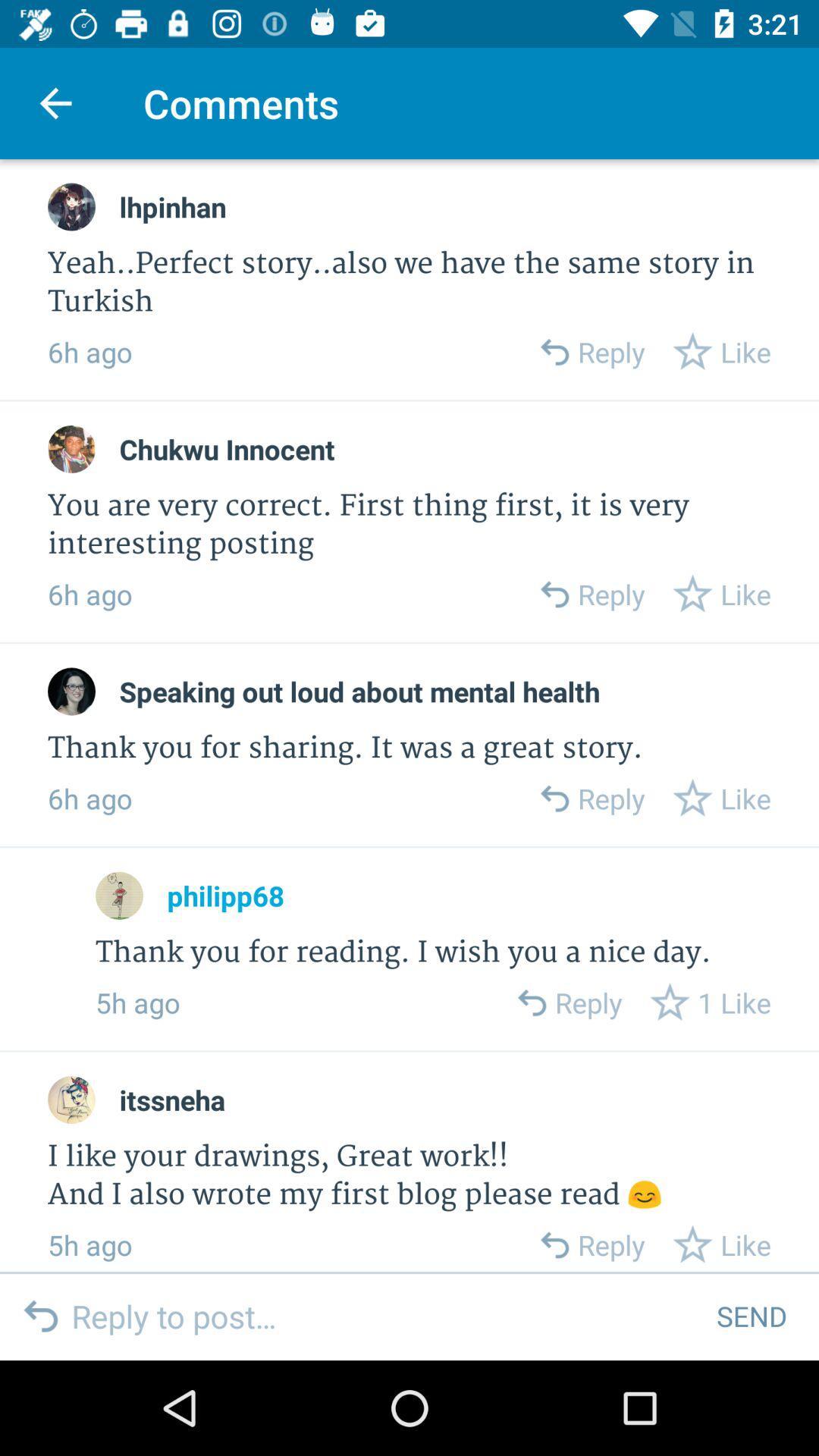  Describe the element at coordinates (554, 351) in the screenshot. I see `reply` at that location.